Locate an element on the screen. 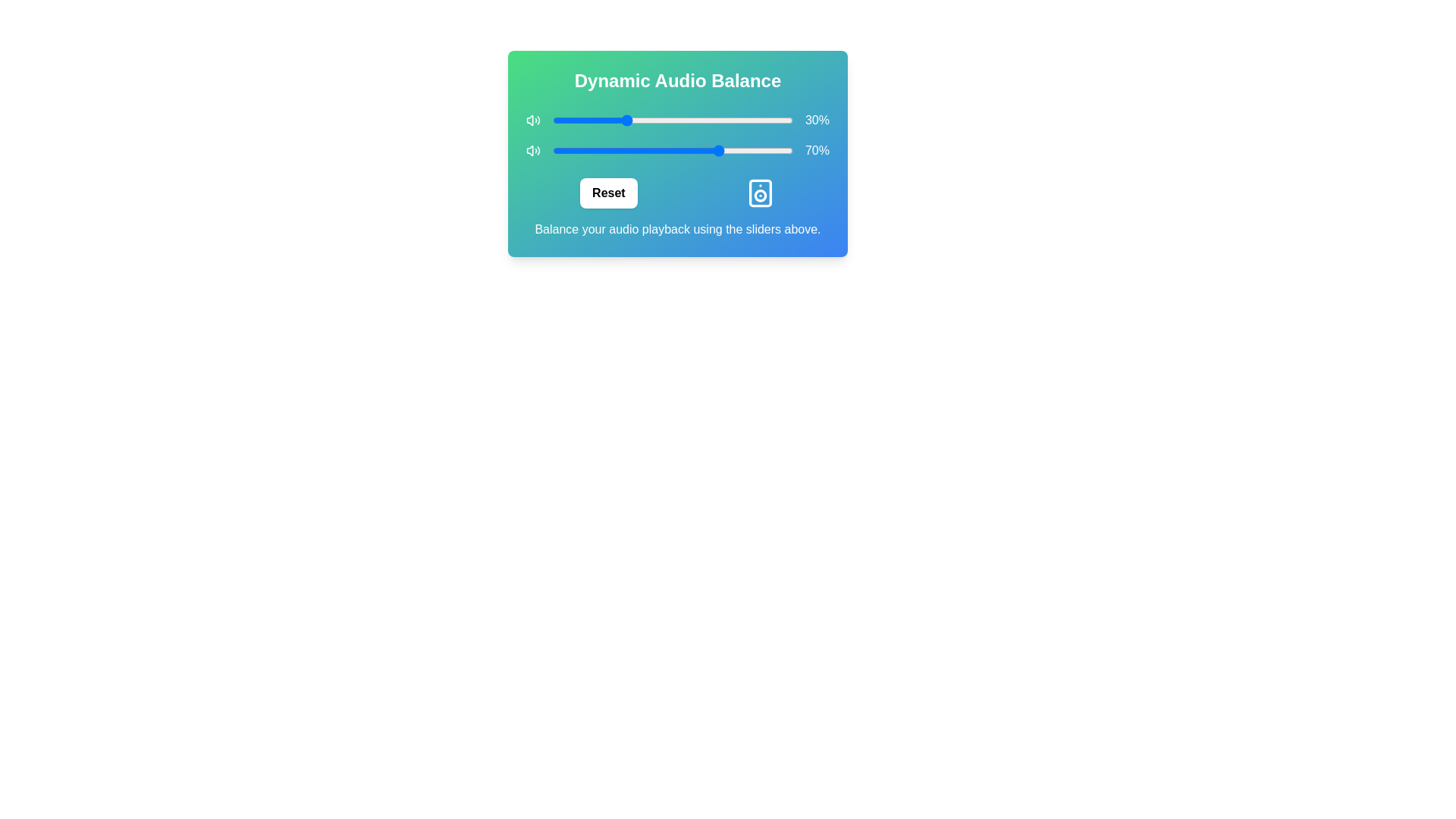 This screenshot has width=1456, height=819. the slider is located at coordinates (766, 119).